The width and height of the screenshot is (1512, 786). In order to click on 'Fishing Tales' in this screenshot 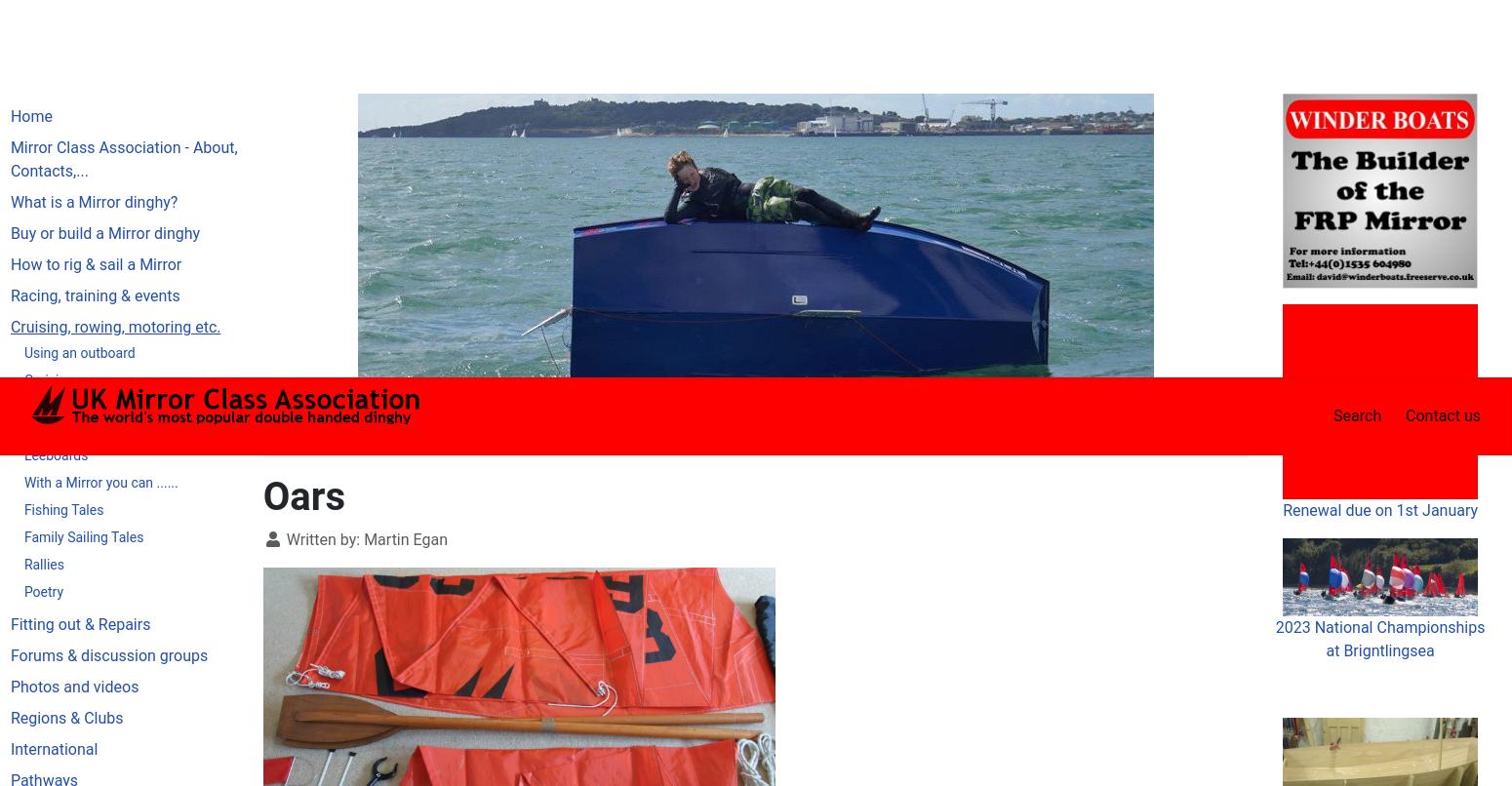, I will do `click(22, 132)`.